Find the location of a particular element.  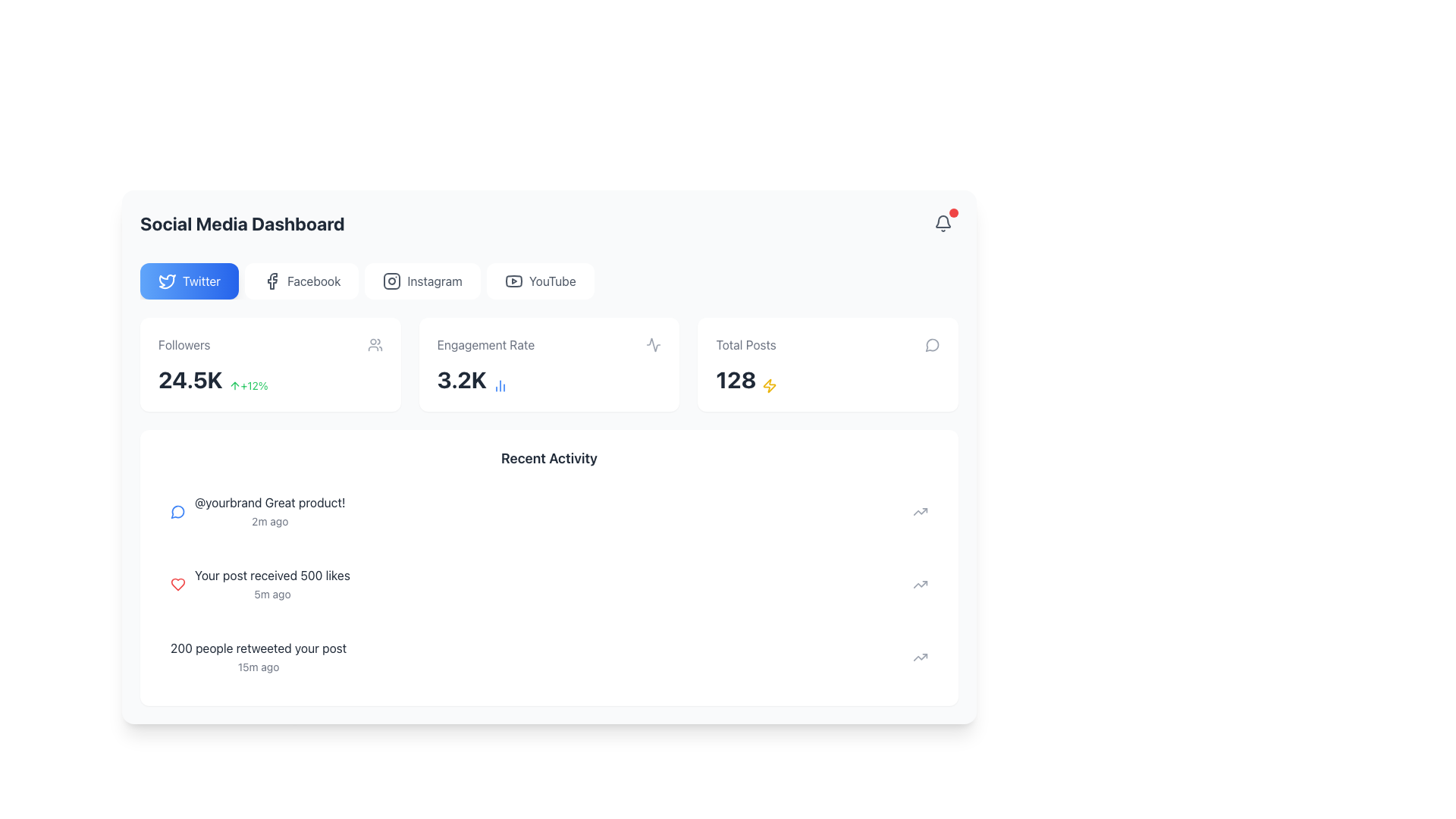

the heart-shaped red icon located above the 'Recent Activity' section in the card interface, adjacent to the notification icon is located at coordinates (178, 584).